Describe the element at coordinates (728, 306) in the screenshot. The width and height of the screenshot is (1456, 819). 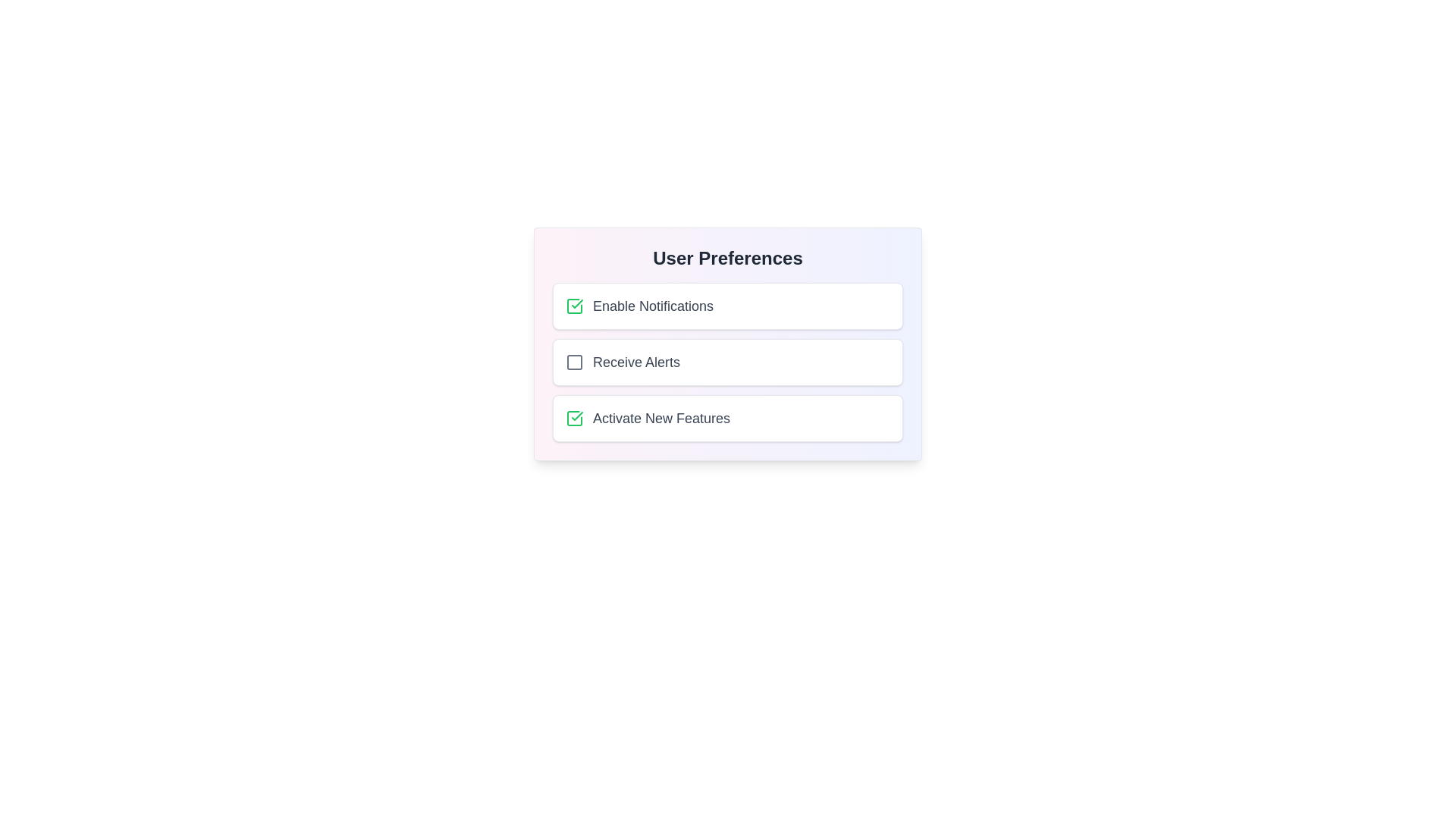
I see `the Checkbox labeled 'Enable Notifications' at the top of the User Preferences list using keyboard focus` at that location.